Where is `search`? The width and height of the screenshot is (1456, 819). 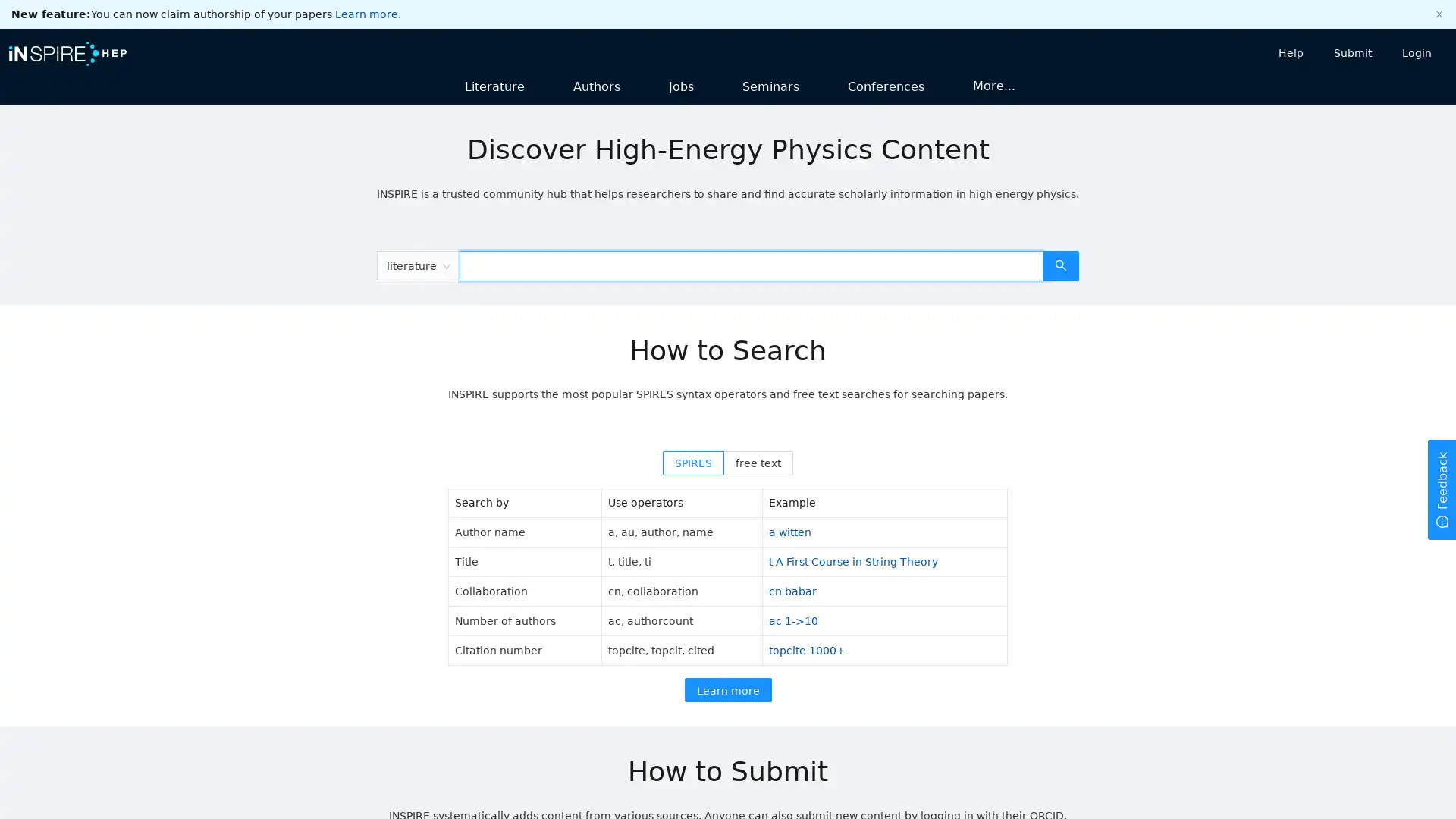 search is located at coordinates (1059, 265).